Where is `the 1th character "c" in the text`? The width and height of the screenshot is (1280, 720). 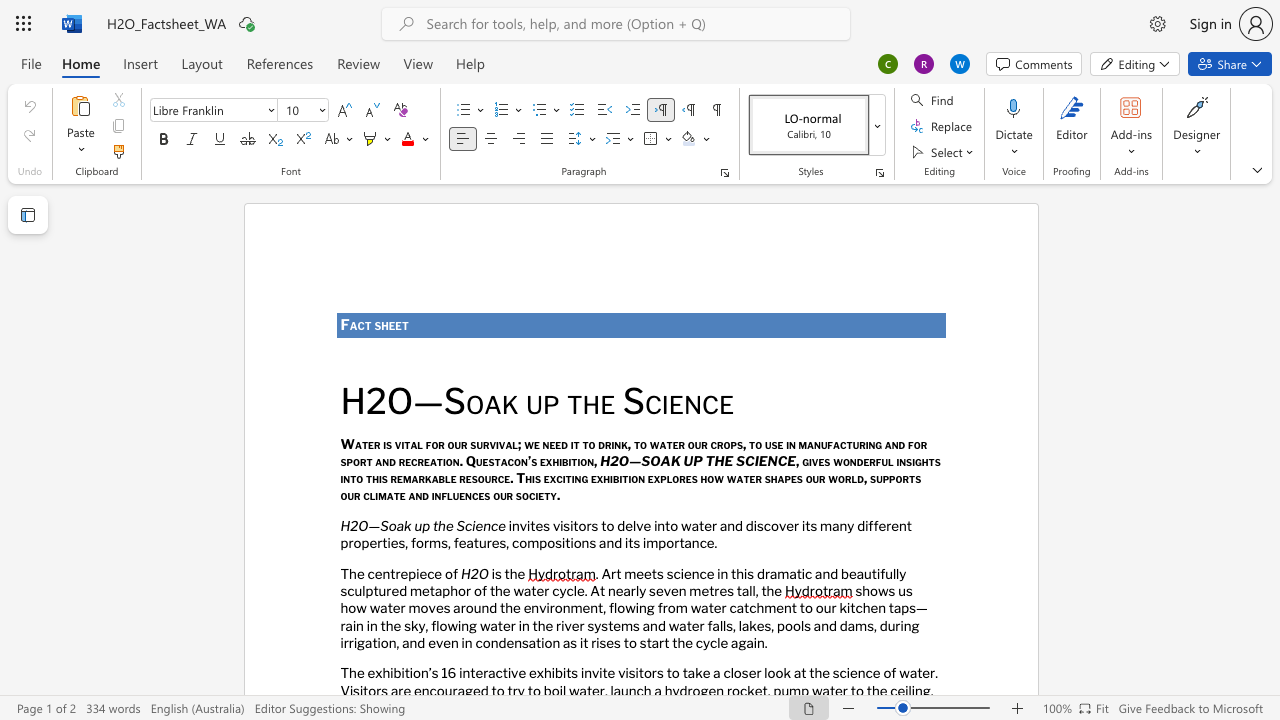 the 1th character "c" in the text is located at coordinates (677, 573).